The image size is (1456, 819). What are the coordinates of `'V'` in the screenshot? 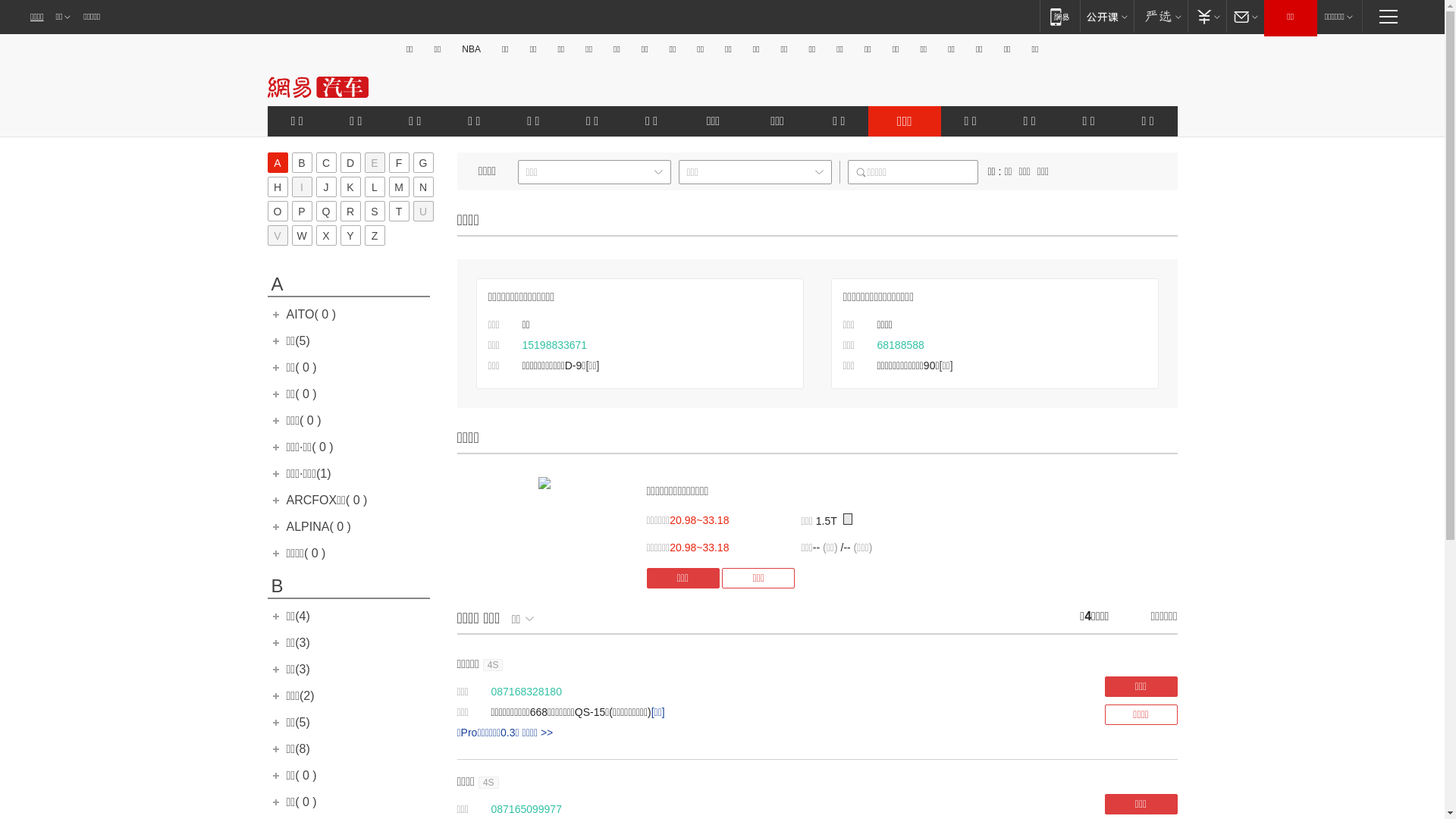 It's located at (277, 235).